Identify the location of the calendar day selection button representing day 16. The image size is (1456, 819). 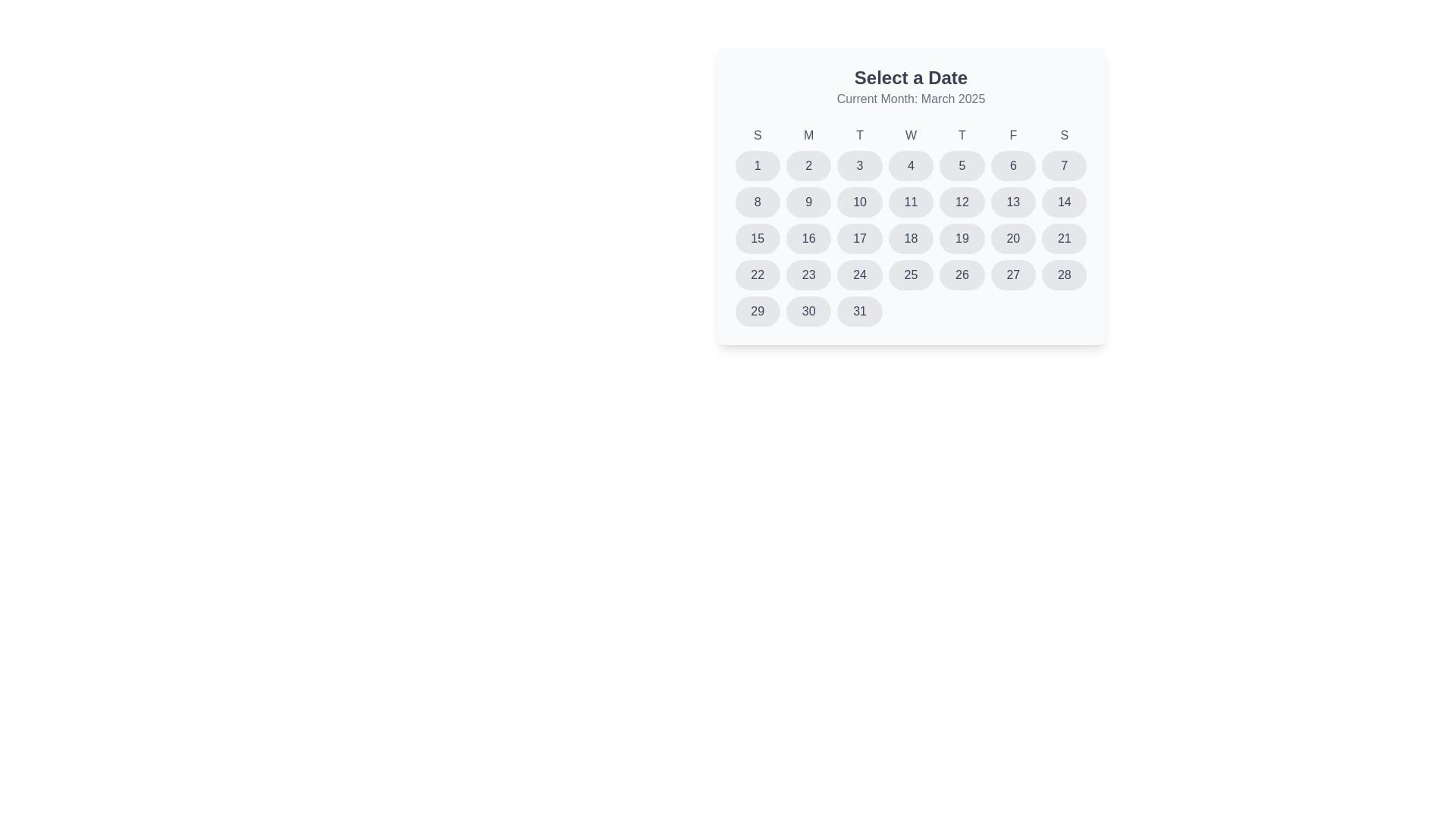
(808, 239).